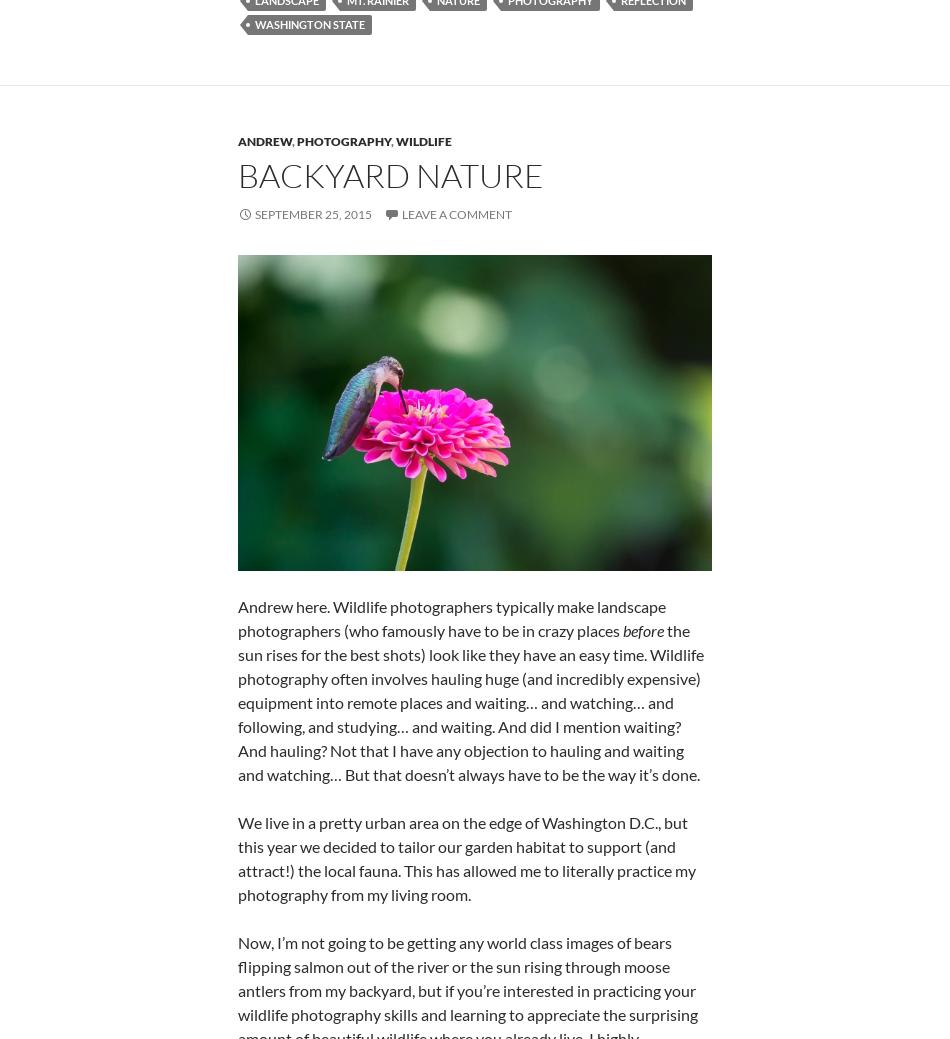 Image resolution: width=950 pixels, height=1039 pixels. What do you see at coordinates (237, 140) in the screenshot?
I see `'andrew'` at bounding box center [237, 140].